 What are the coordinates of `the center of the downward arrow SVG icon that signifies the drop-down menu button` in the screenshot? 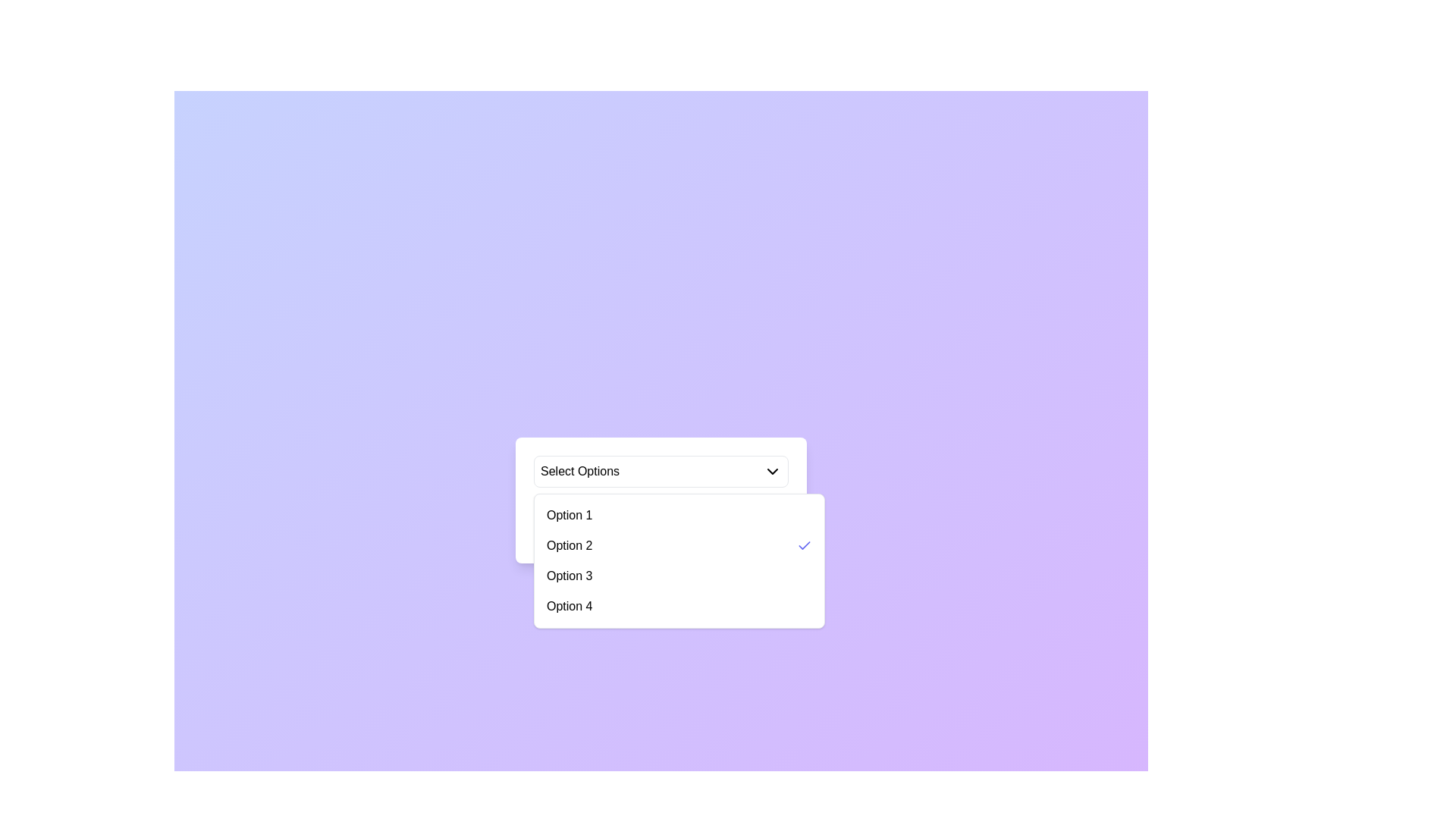 It's located at (772, 470).